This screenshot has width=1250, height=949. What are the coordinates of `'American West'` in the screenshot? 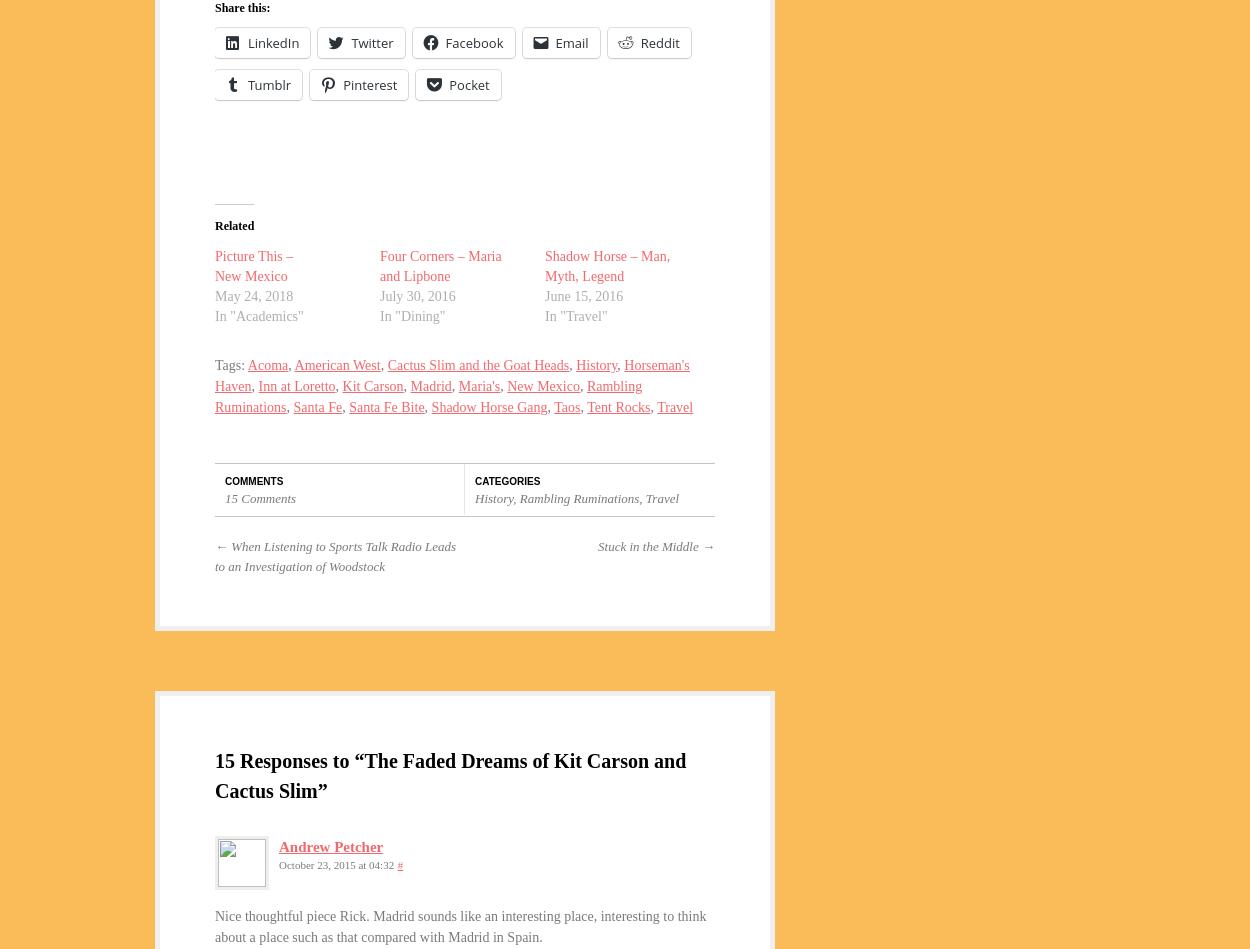 It's located at (336, 364).